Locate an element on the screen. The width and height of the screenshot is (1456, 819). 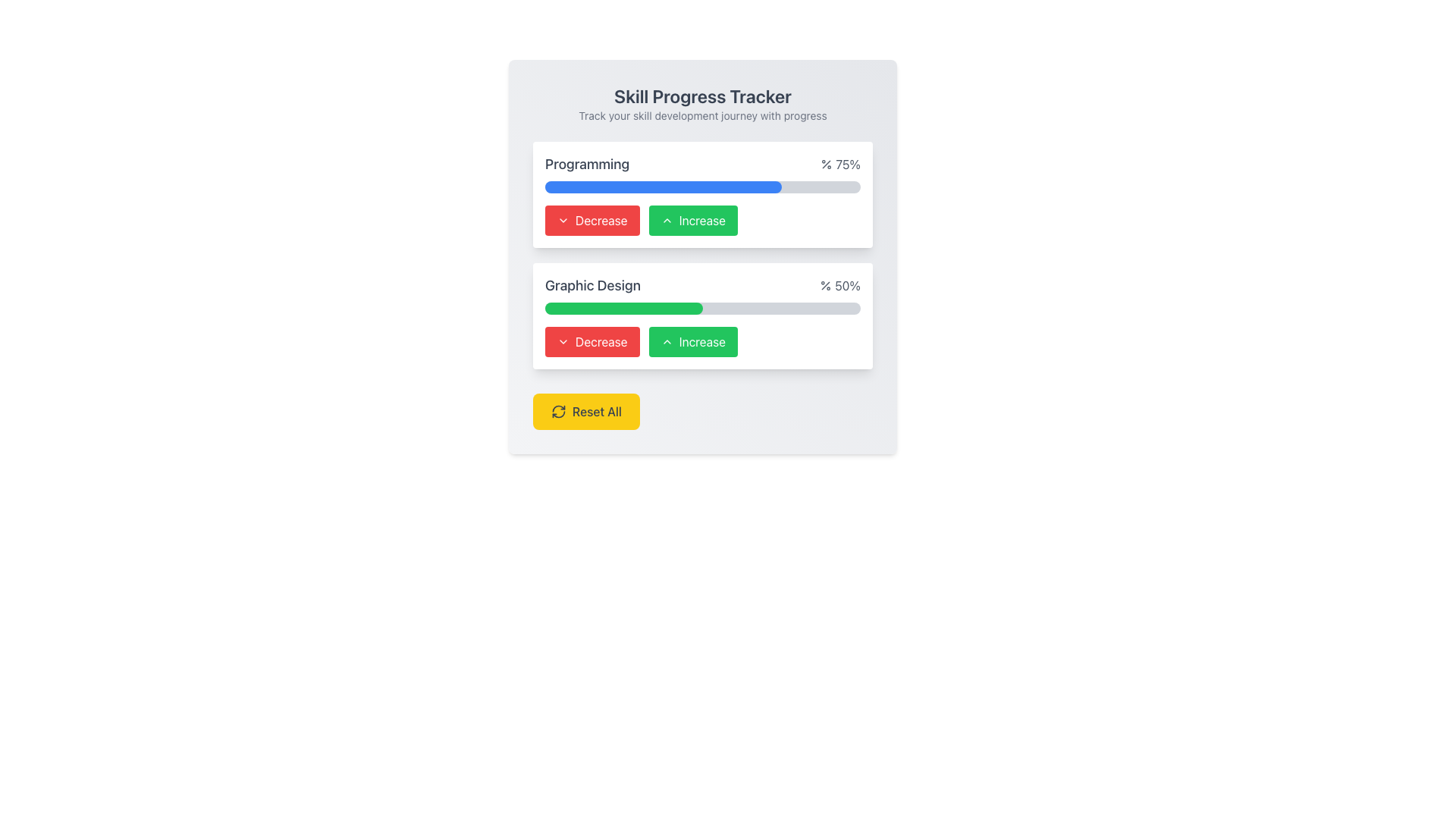
the chevron icon located within the 'Increase' button of the 'Programming' progress section in the 'Skill Progress Tracker' panel is located at coordinates (667, 220).